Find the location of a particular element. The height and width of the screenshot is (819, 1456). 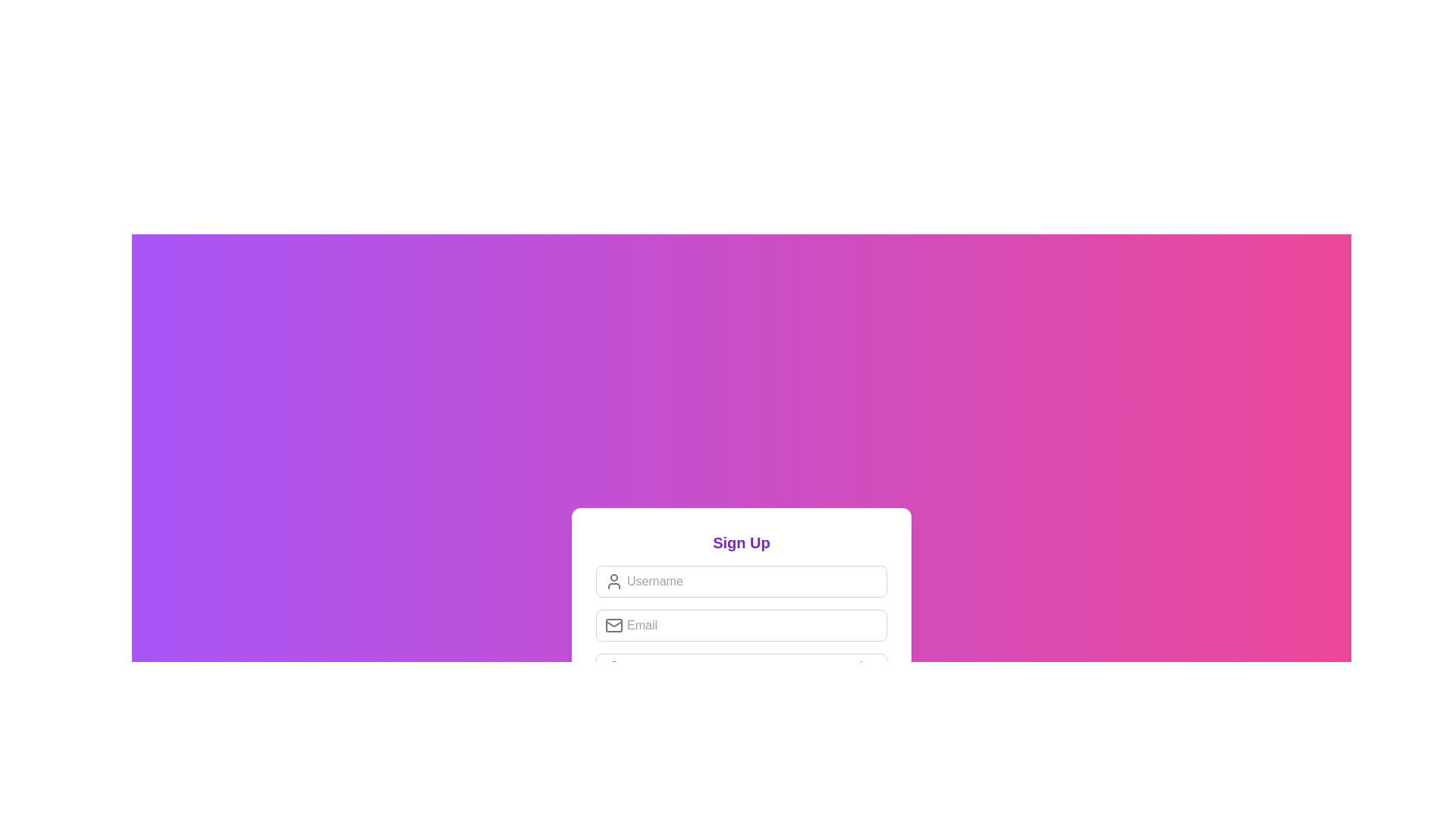

the Password input field, which is a horizontal bar with a white background located below the email input field and above the register button is located at coordinates (742, 669).